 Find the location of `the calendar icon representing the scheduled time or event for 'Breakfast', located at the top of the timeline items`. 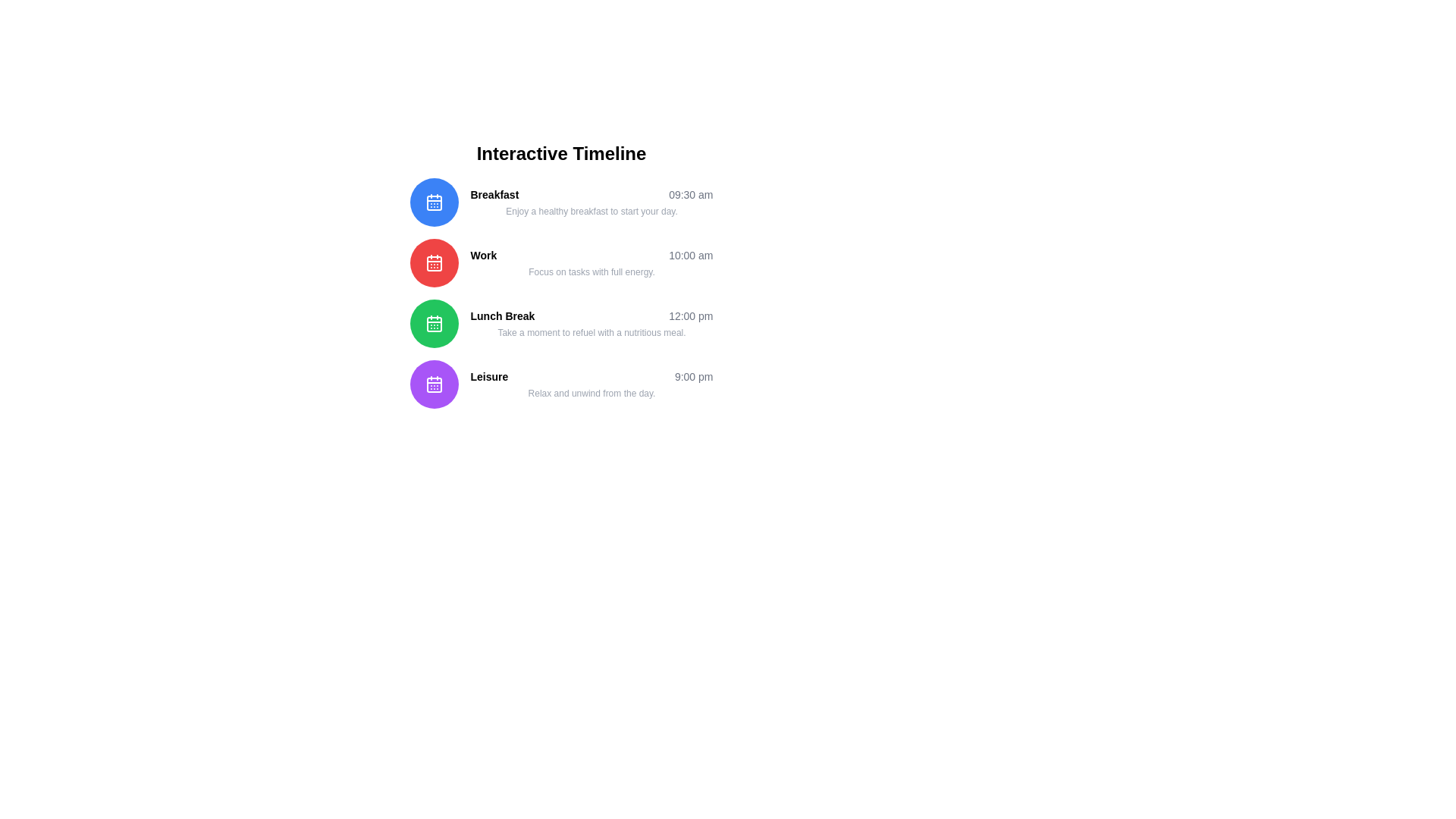

the calendar icon representing the scheduled time or event for 'Breakfast', located at the top of the timeline items is located at coordinates (433, 201).